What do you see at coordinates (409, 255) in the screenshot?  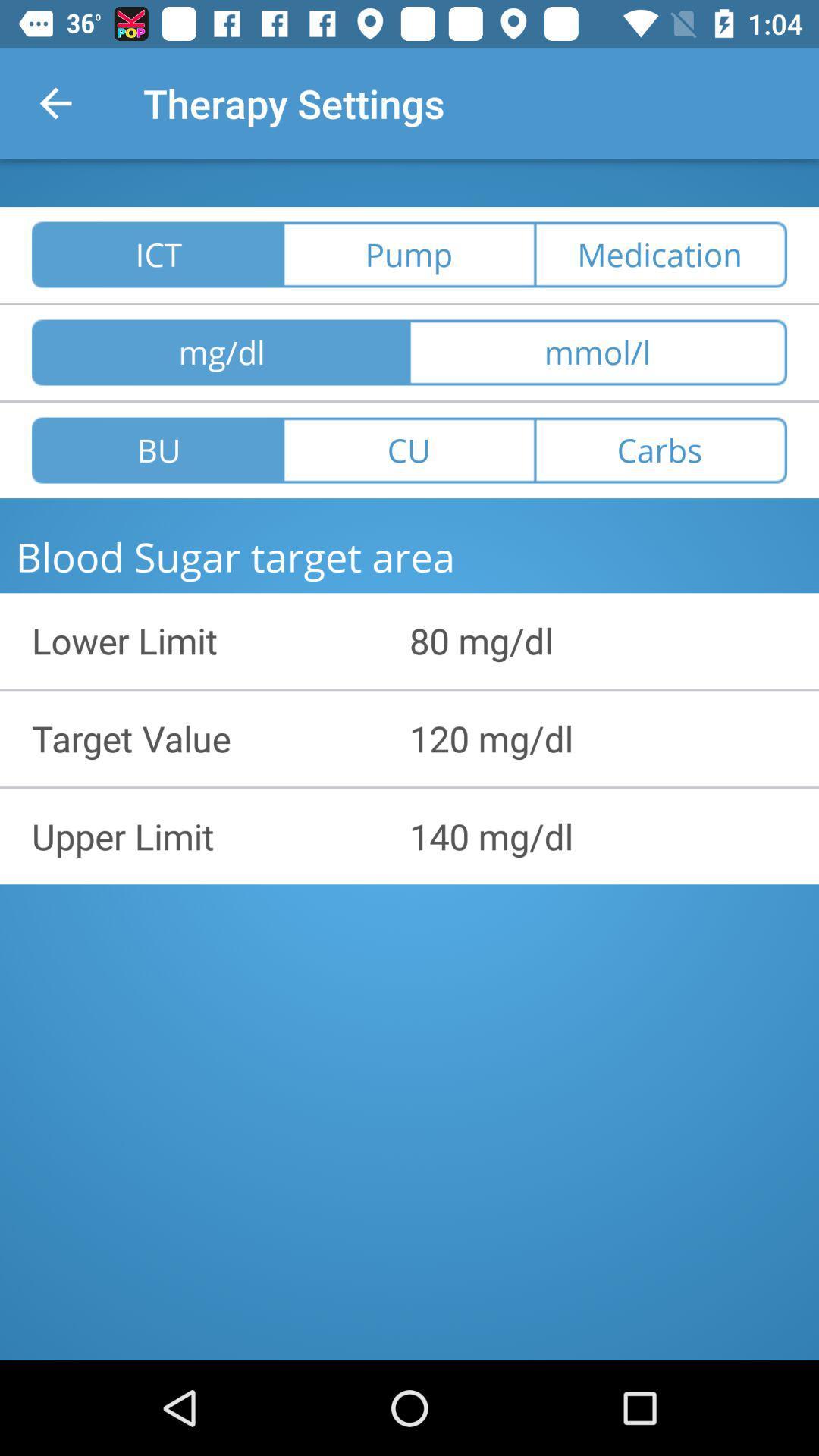 I see `pump right to ict` at bounding box center [409, 255].